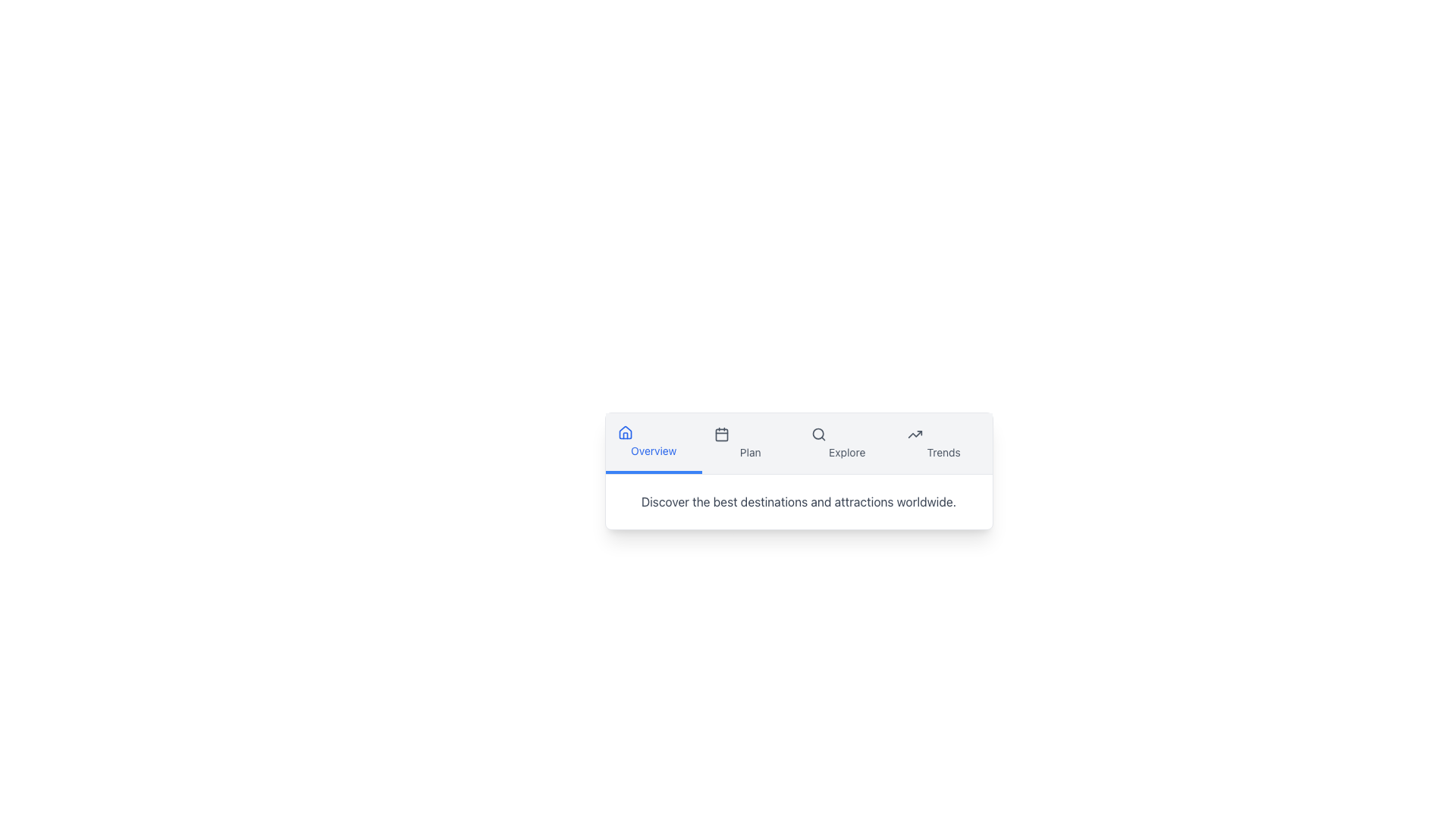  Describe the element at coordinates (798, 502) in the screenshot. I see `informational text displayed centrally within the white card-like structure, located below the navigation tabs labeled 'Overview,' 'Plan,' 'Explore,' and 'Trends.'` at that location.